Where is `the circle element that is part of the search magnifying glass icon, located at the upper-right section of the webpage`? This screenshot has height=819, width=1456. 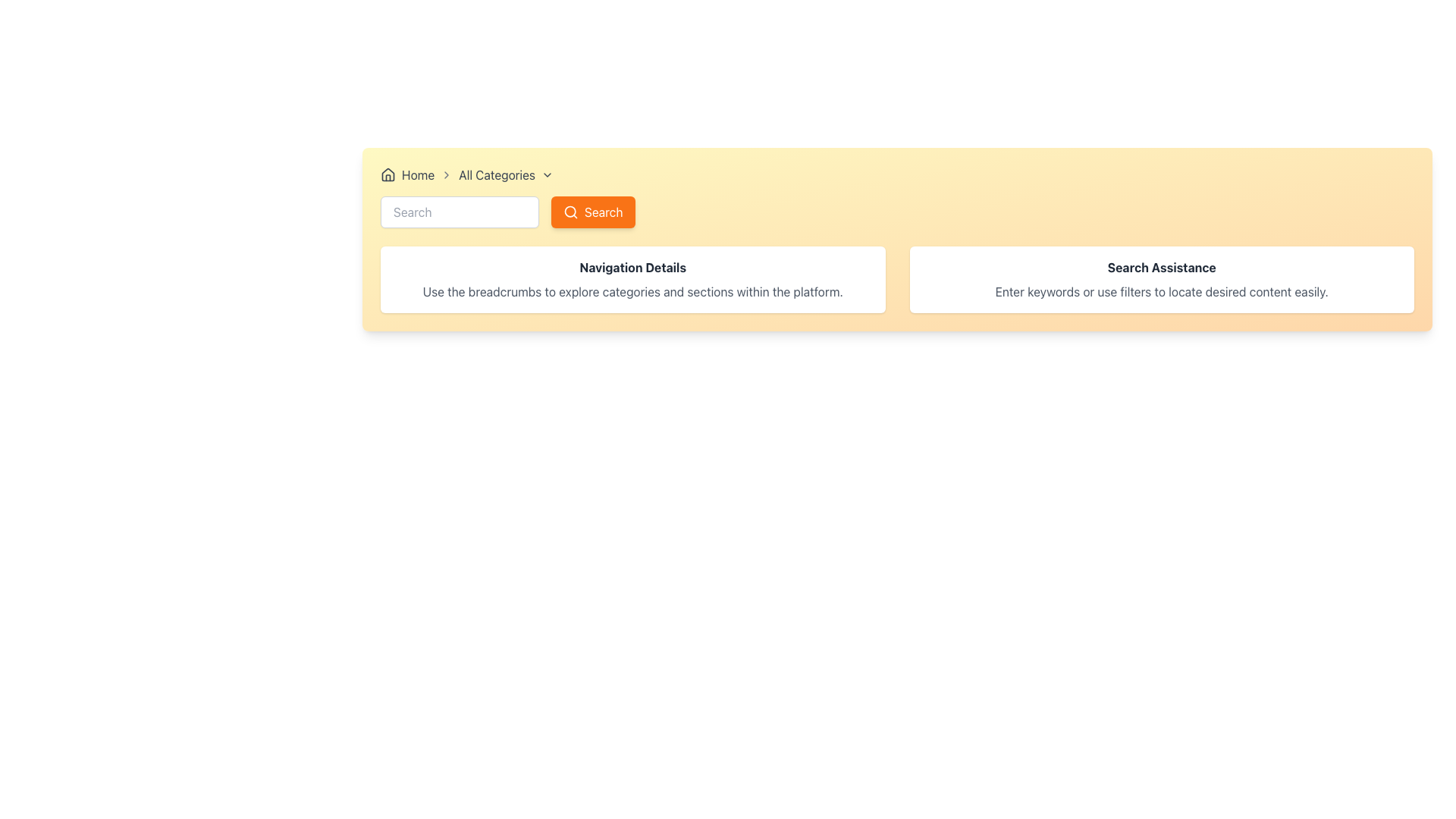
the circle element that is part of the search magnifying glass icon, located at the upper-right section of the webpage is located at coordinates (570, 212).